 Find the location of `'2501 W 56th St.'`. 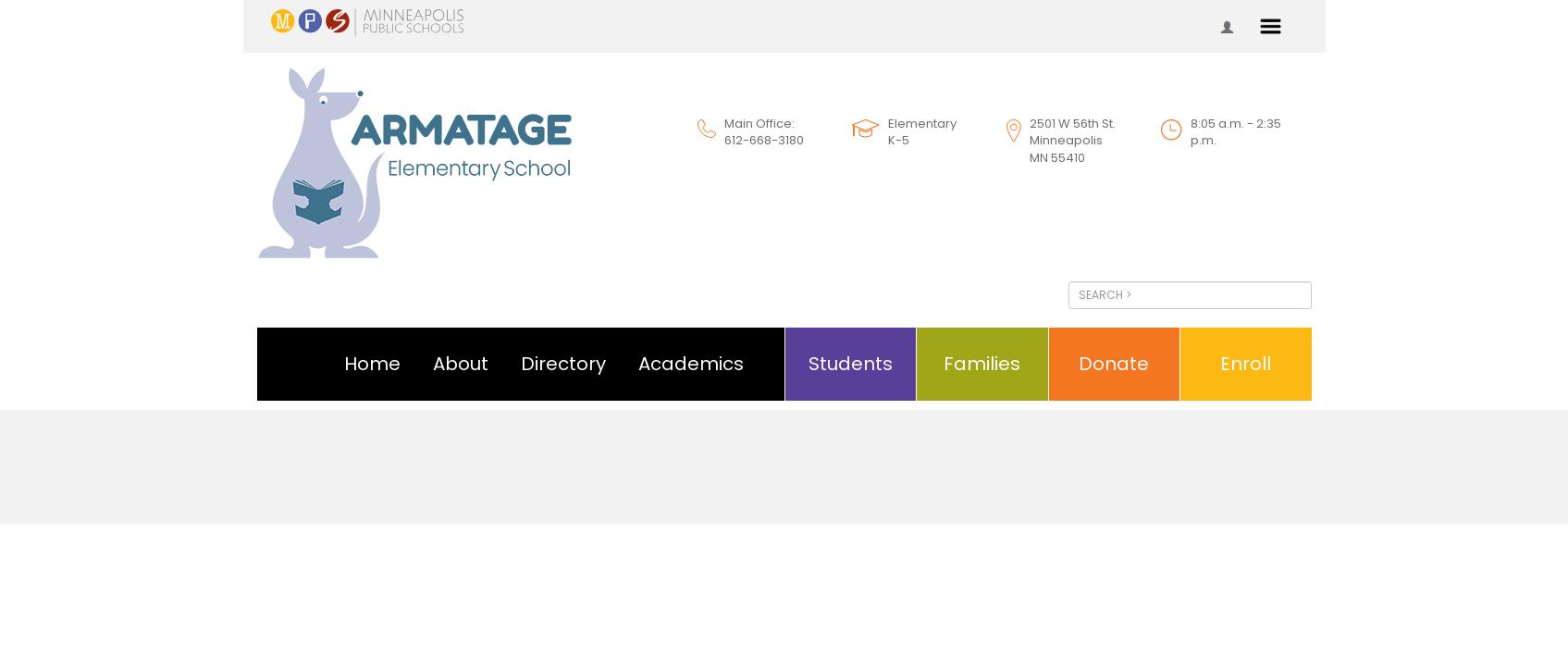

'2501 W 56th St.' is located at coordinates (1070, 121).